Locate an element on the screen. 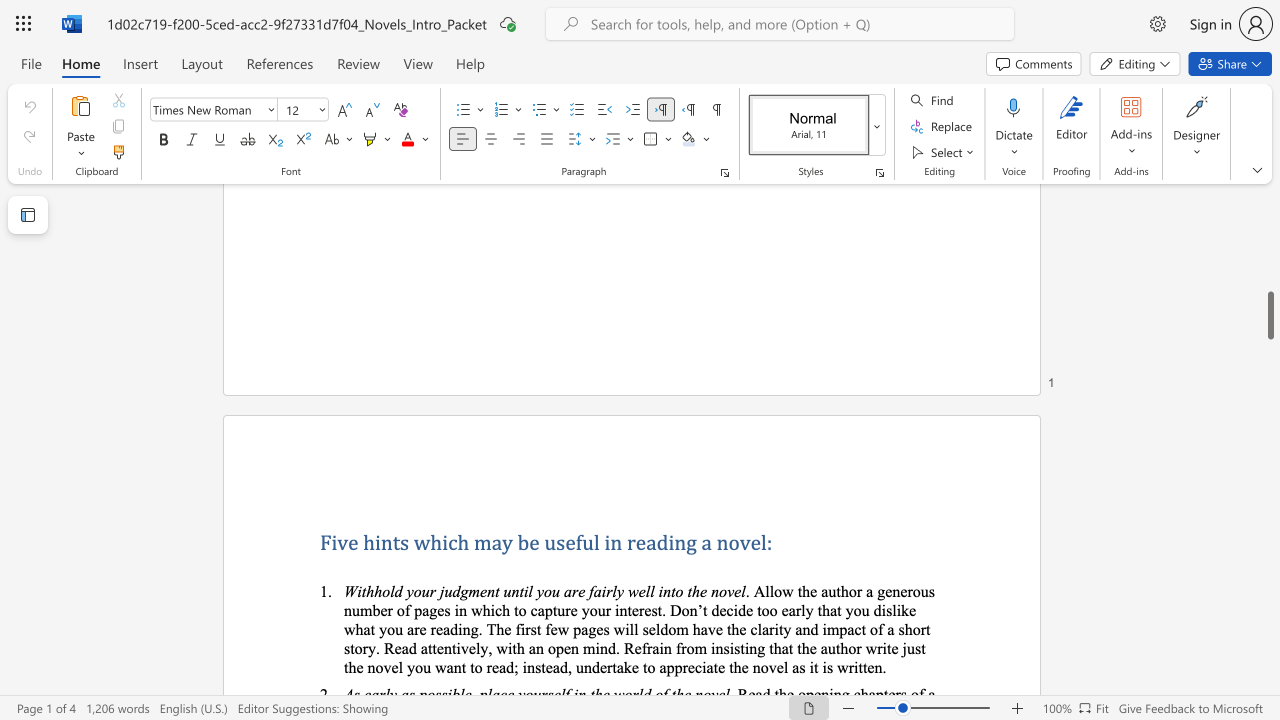  the side scrollbar to bring the page up is located at coordinates (1269, 380).